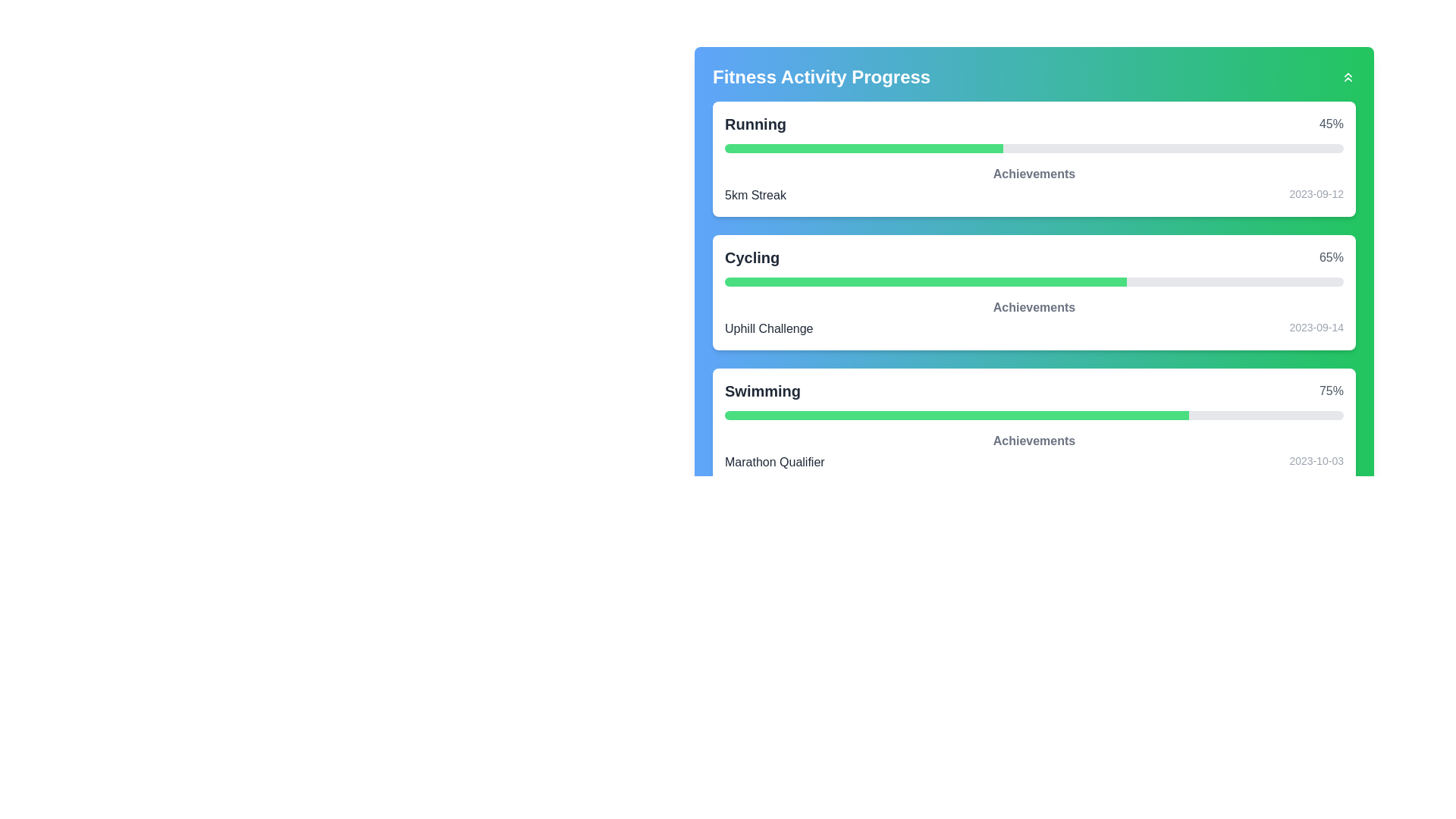  I want to click on the bold text label reading 'Swimming' located in the lower portion of the interface within the 'Fitness Activity Progress' section, so click(763, 391).